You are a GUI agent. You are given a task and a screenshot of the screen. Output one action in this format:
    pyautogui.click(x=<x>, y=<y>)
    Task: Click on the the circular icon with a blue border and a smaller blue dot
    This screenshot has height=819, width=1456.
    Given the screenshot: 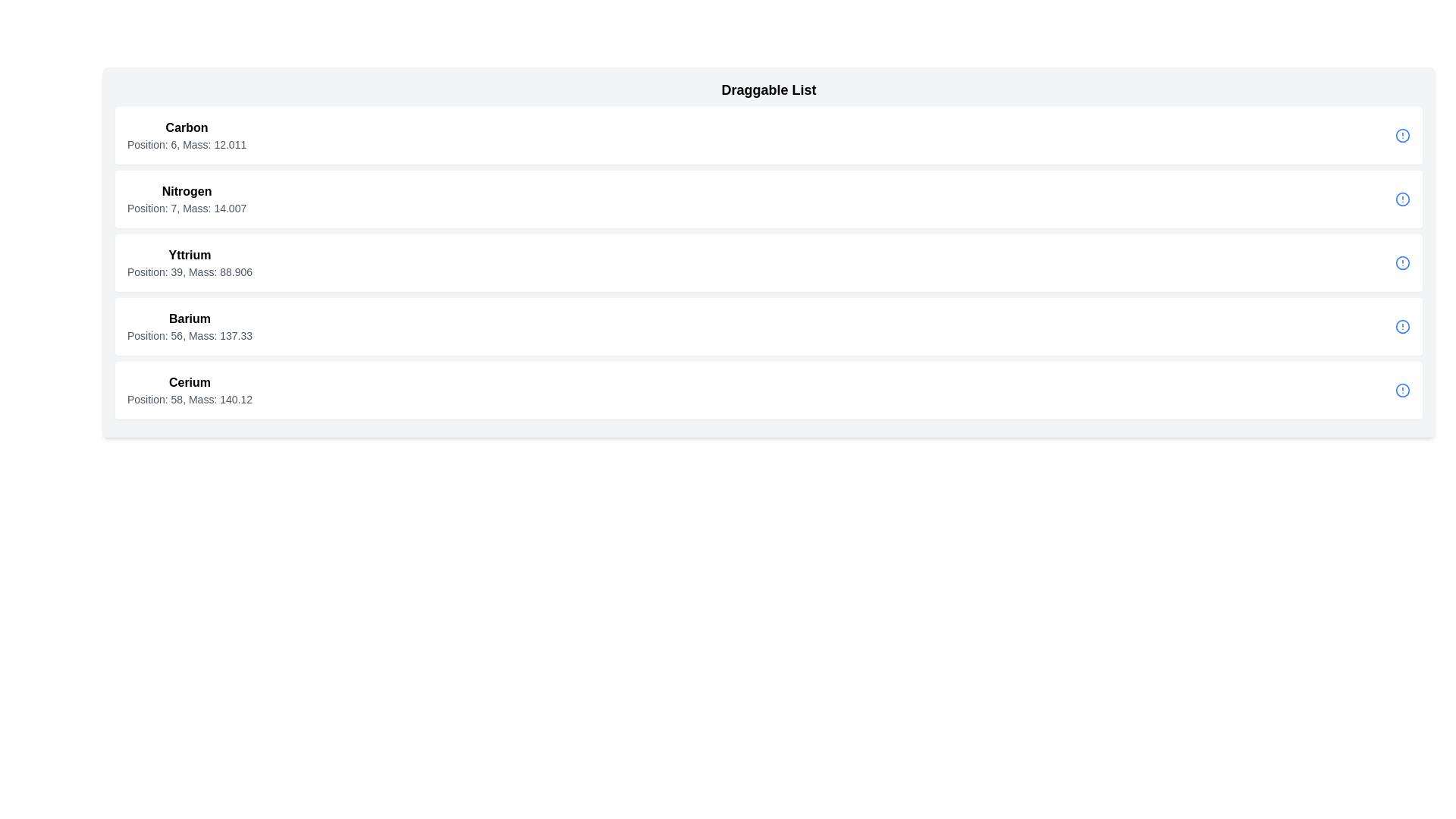 What is the action you would take?
    pyautogui.click(x=1401, y=198)
    